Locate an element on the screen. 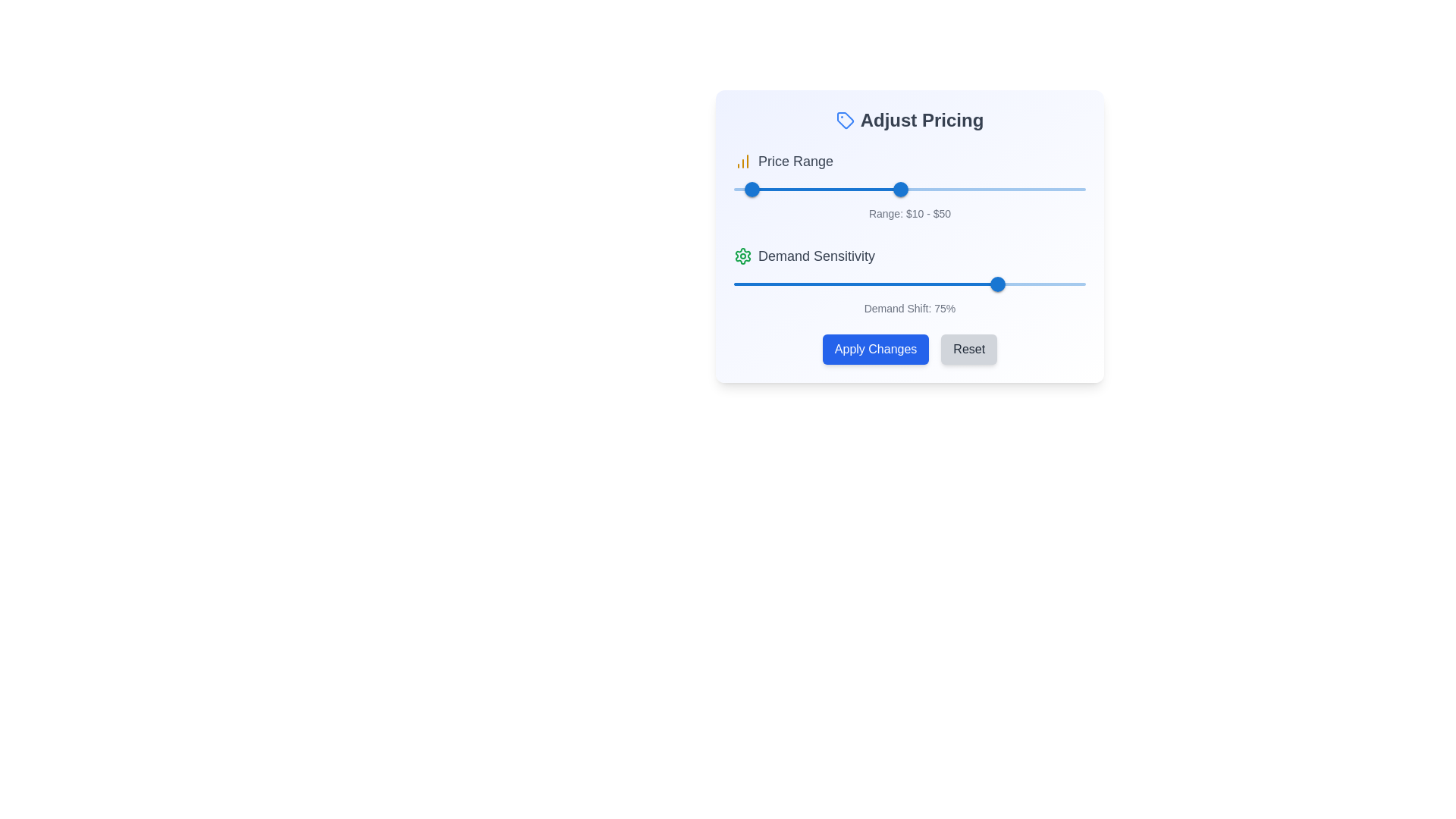 The image size is (1456, 819). the Price Range slider is located at coordinates (773, 189).